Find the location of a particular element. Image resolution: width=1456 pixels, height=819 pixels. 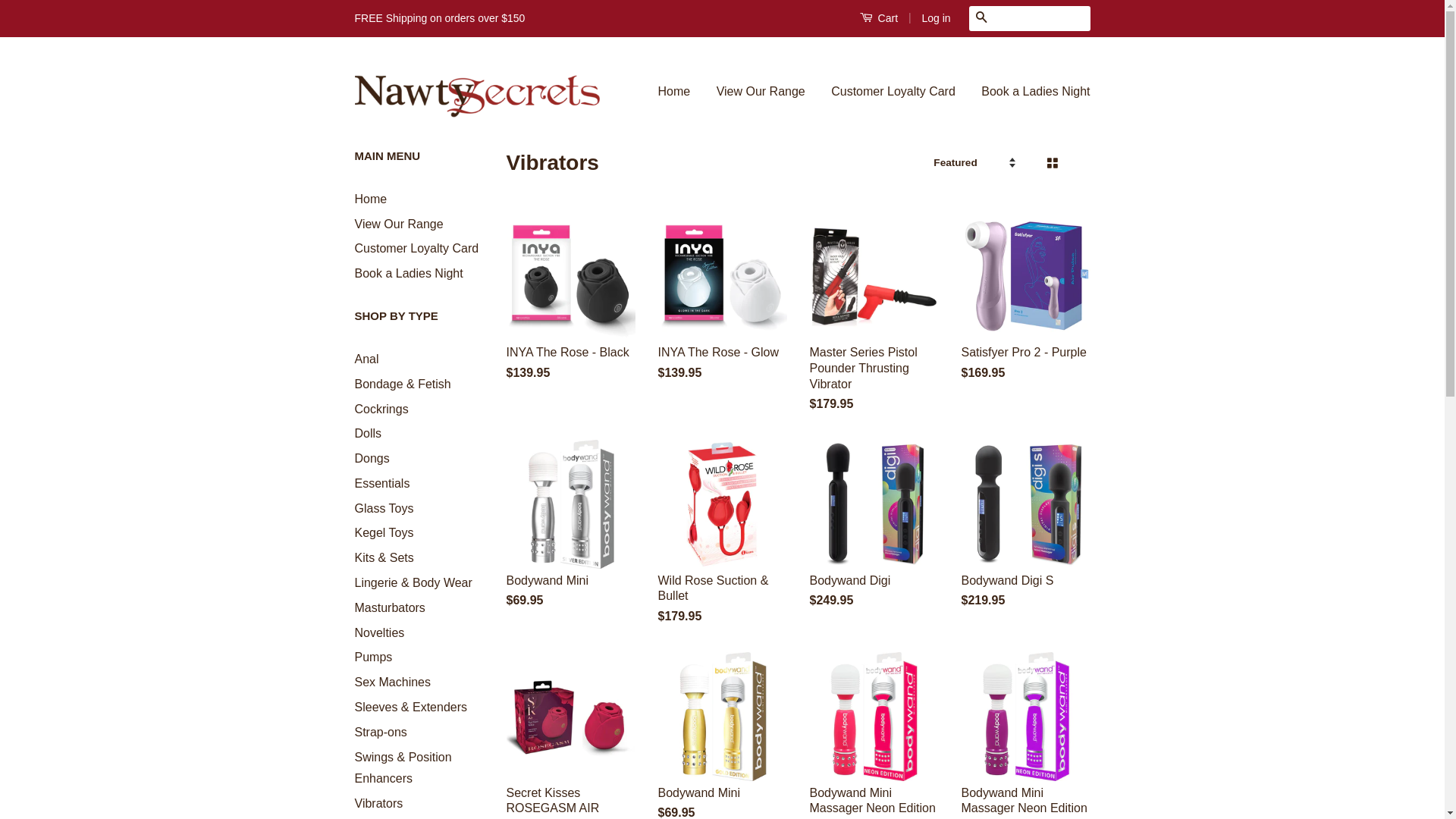

'View Our Range' is located at coordinates (353, 224).